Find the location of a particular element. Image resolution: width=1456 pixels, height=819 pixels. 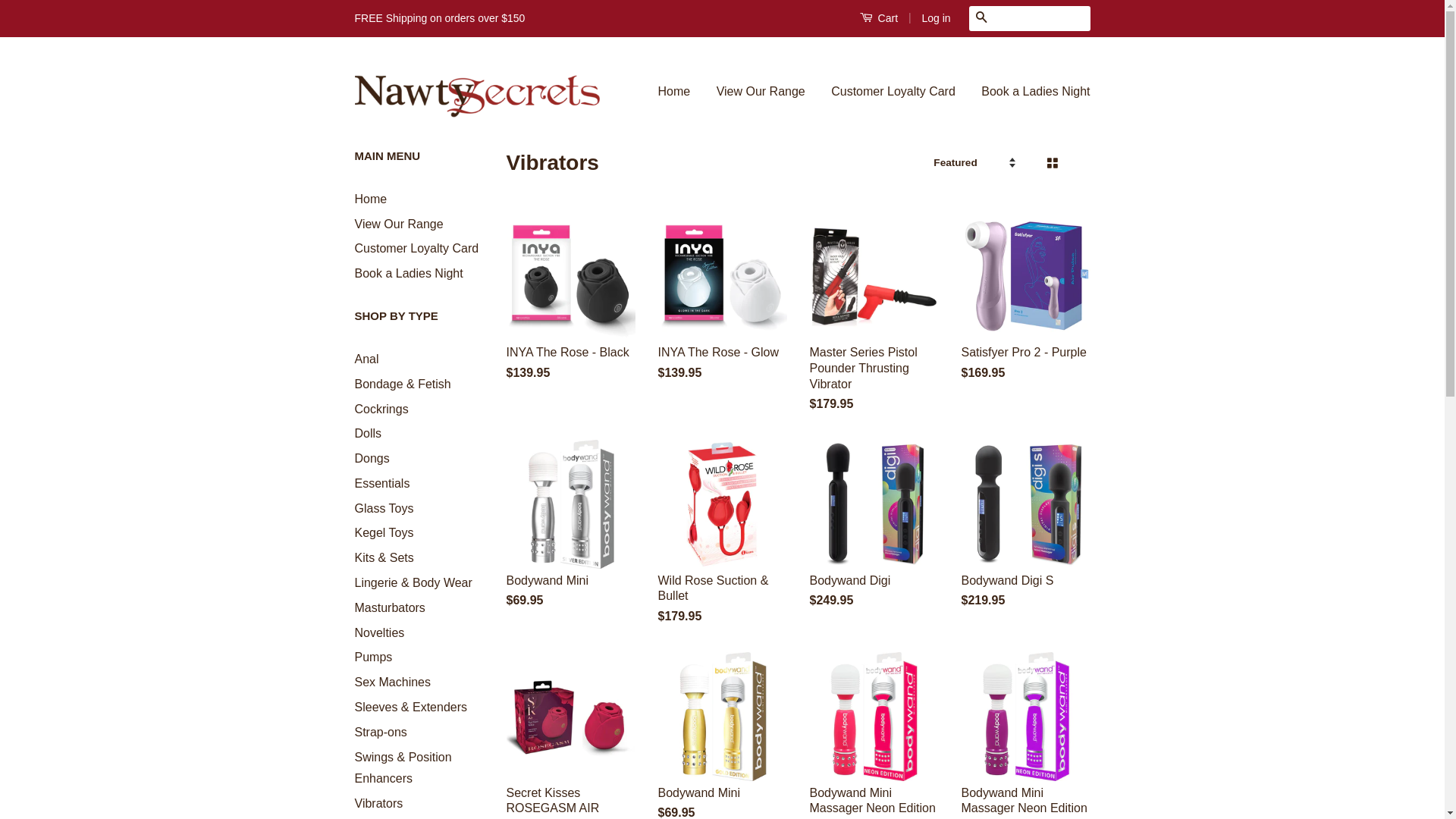

'View Our Range' is located at coordinates (353, 224).